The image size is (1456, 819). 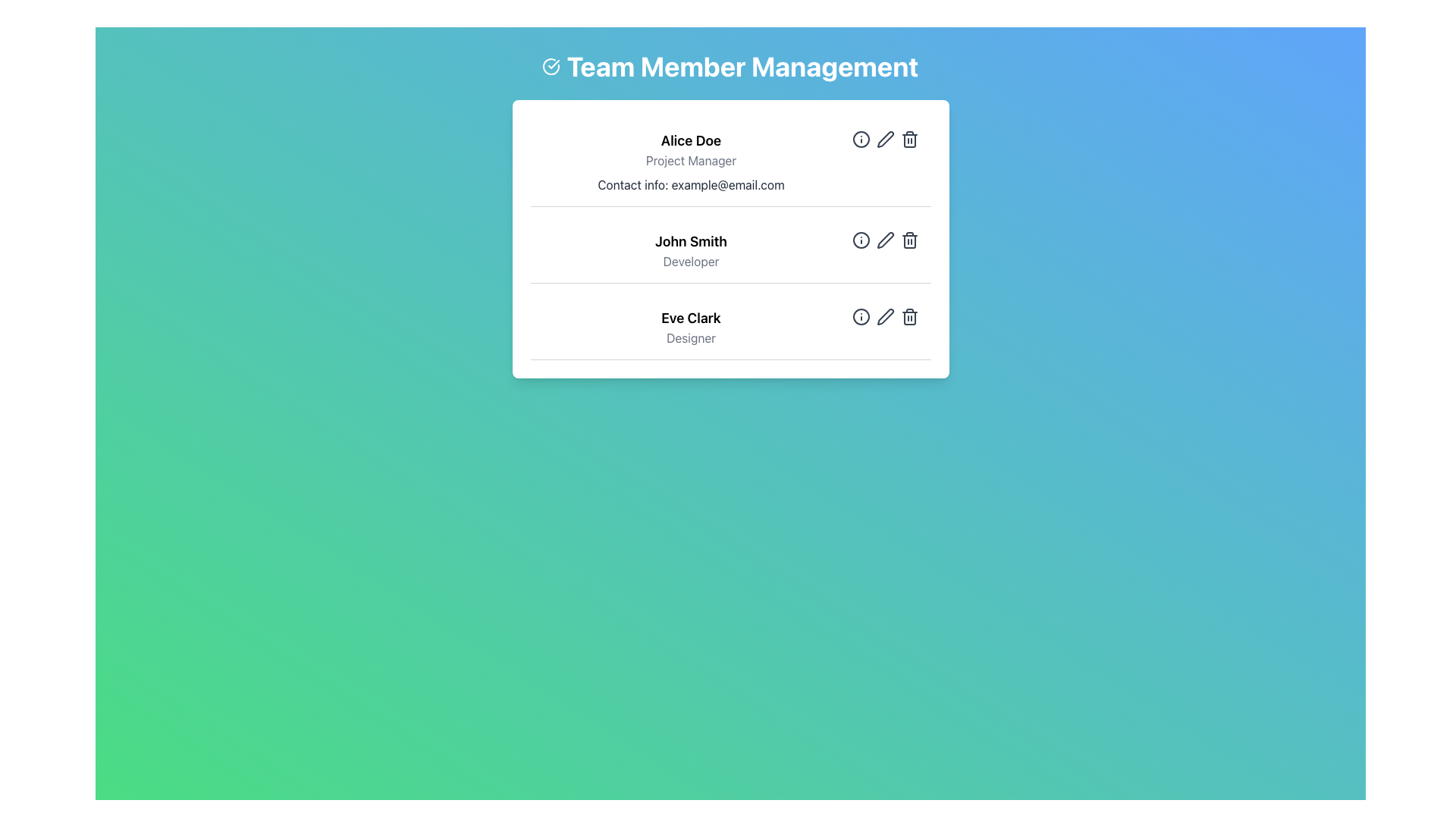 I want to click on the delete button on the far right of the actions associated with 'John Smith', so click(x=909, y=239).